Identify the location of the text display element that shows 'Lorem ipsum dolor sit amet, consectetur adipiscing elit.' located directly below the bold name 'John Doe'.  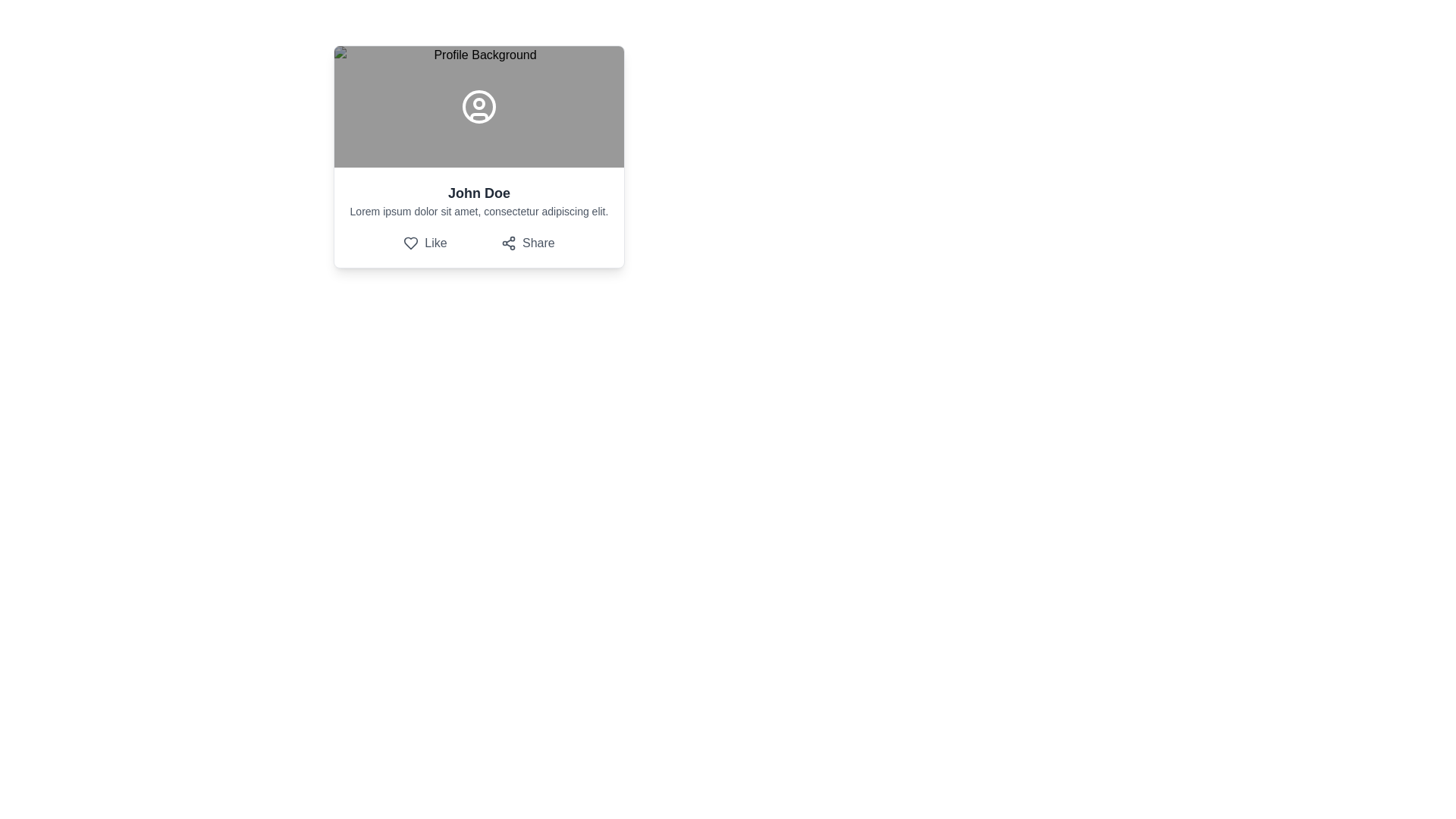
(479, 211).